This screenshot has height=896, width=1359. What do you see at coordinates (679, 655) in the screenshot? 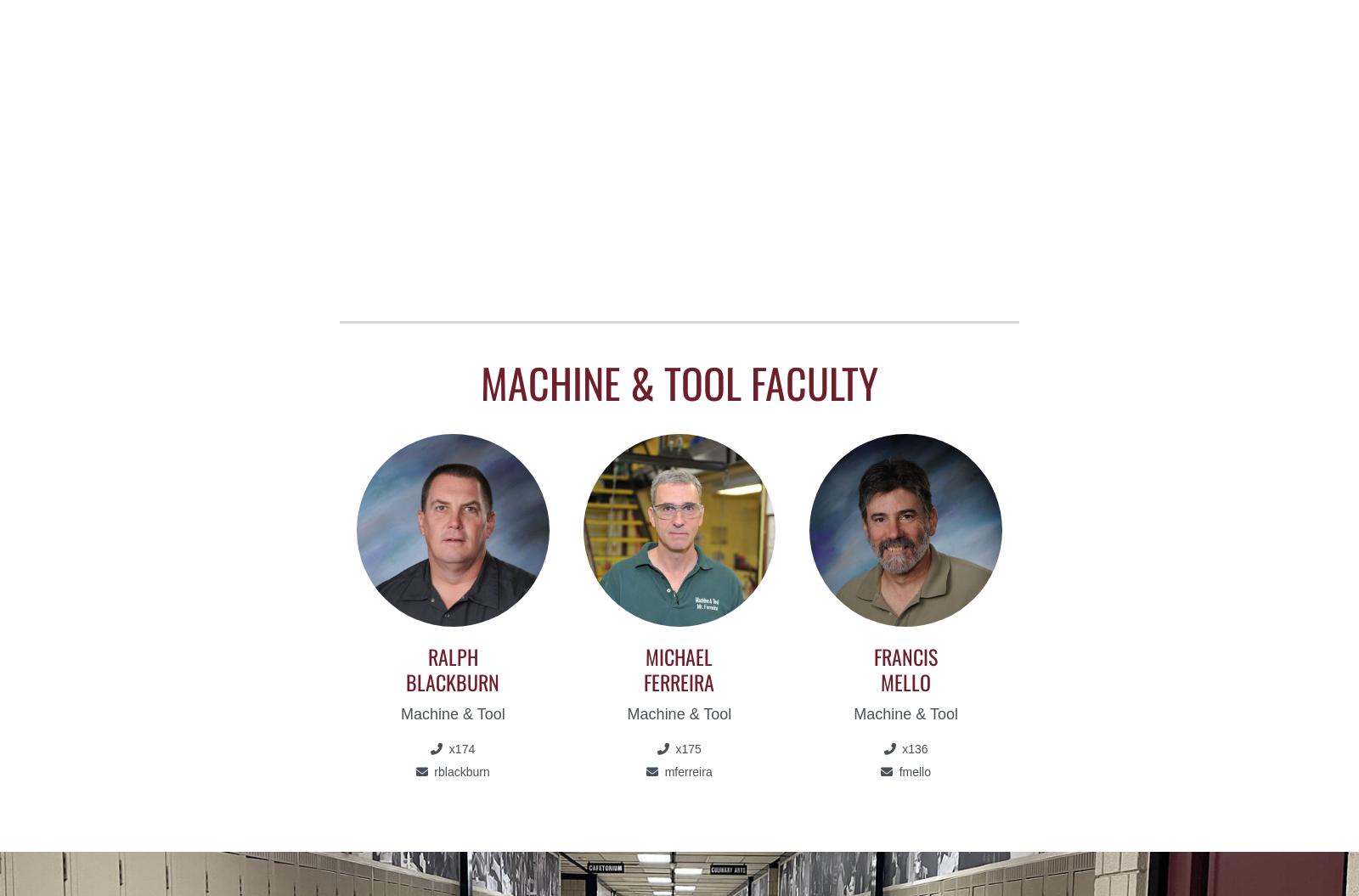
I see `'Michael'` at bounding box center [679, 655].